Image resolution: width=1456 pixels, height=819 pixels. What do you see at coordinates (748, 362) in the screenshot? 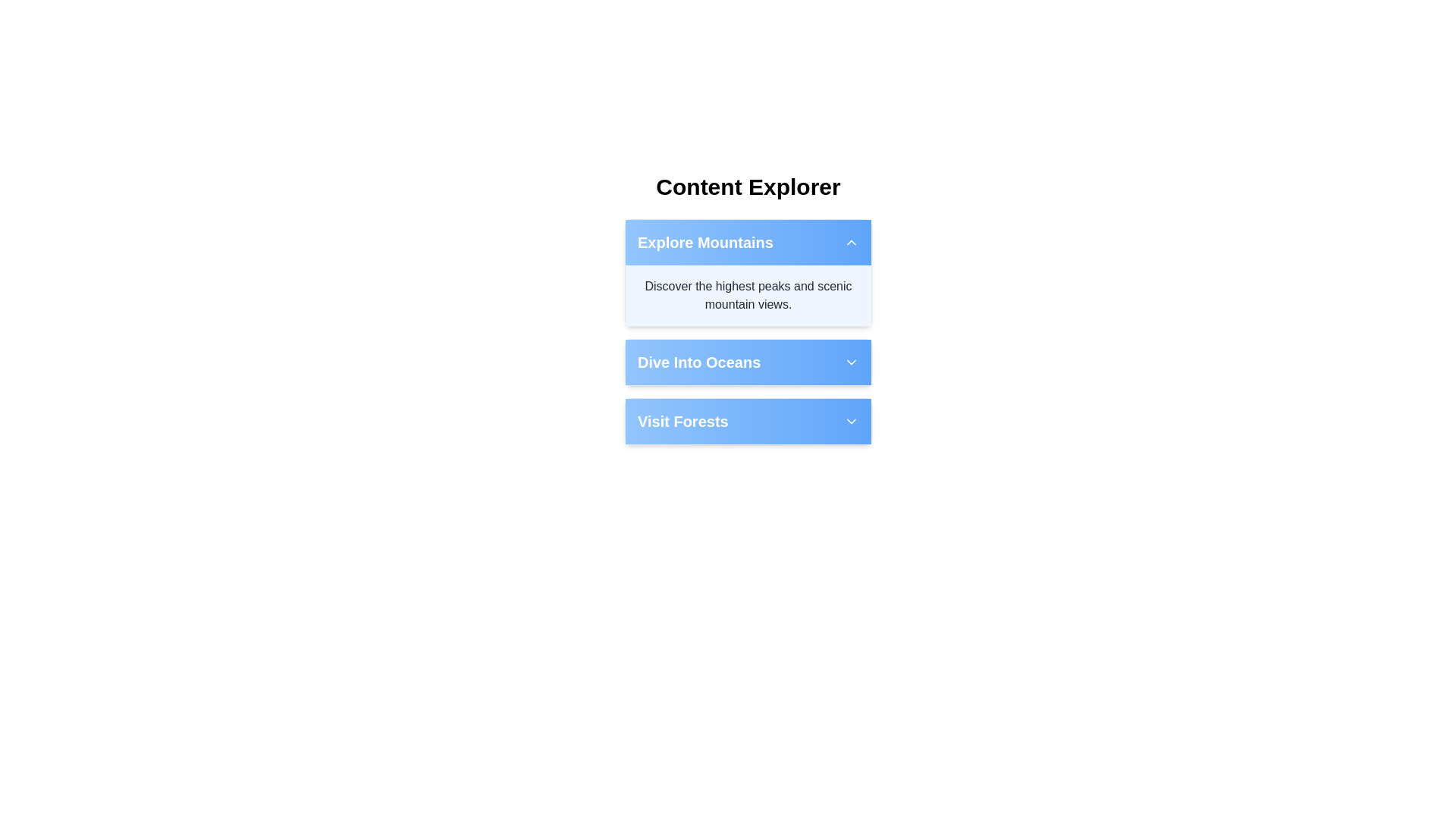
I see `the button that toggles or expands the content section related to the oceans, located in the 'Content Explorer' section between the 'Explore Mountains' and 'Visit Forests' buttons` at bounding box center [748, 362].